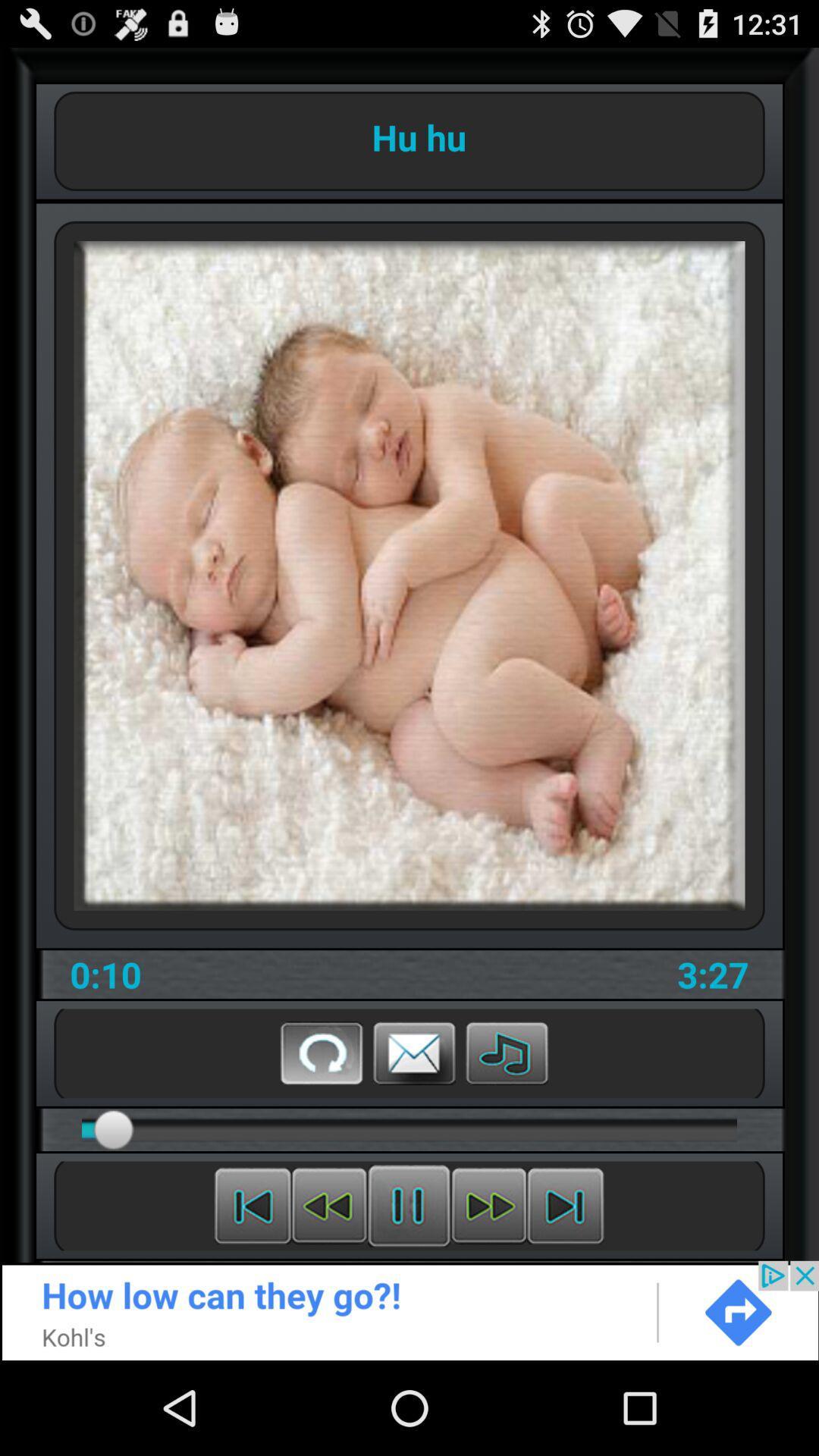 Image resolution: width=819 pixels, height=1456 pixels. What do you see at coordinates (328, 1205) in the screenshot?
I see `rewind the video` at bounding box center [328, 1205].